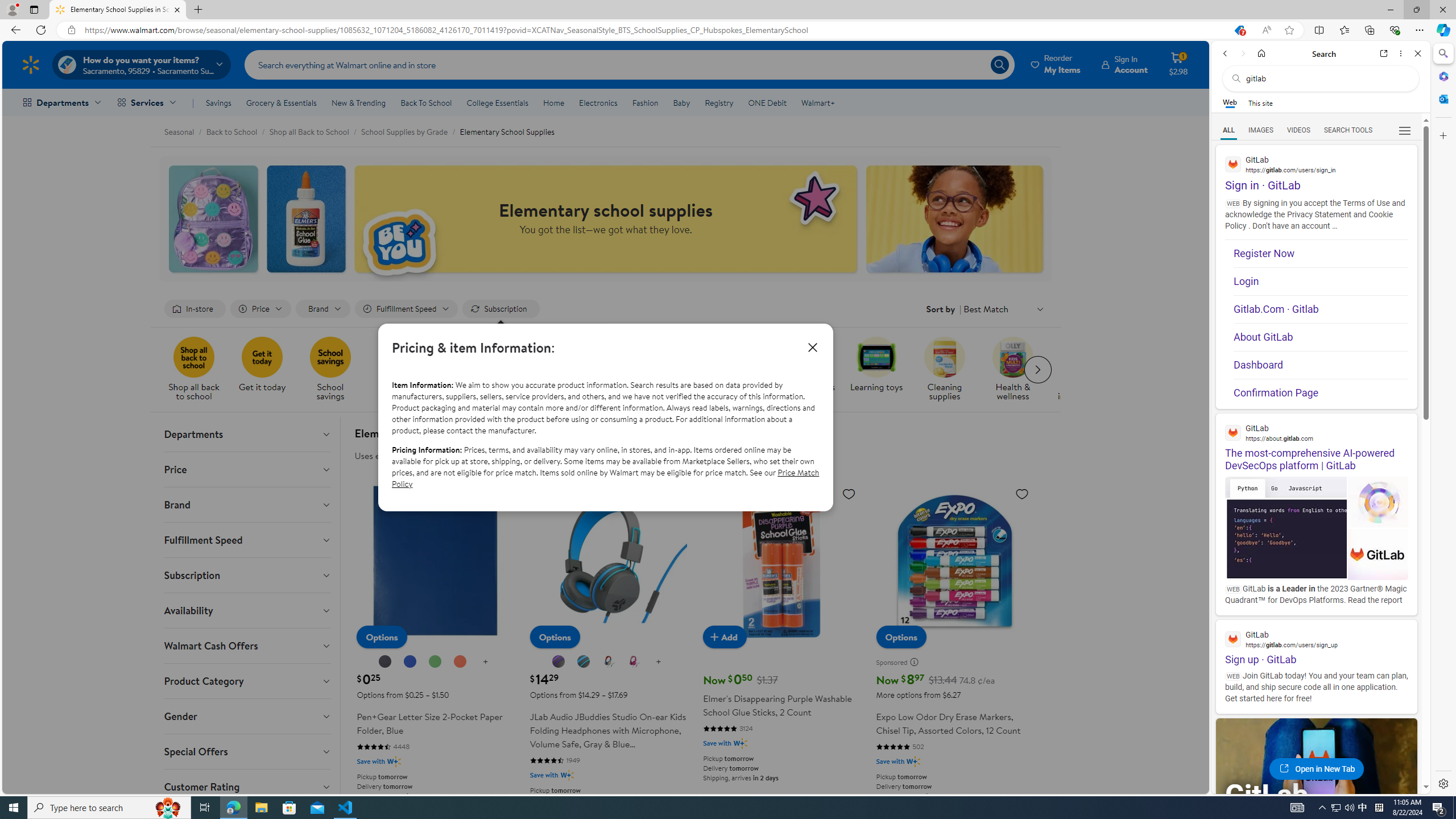 This screenshot has width=1456, height=819. Describe the element at coordinates (1401, 53) in the screenshot. I see `'More options'` at that location.